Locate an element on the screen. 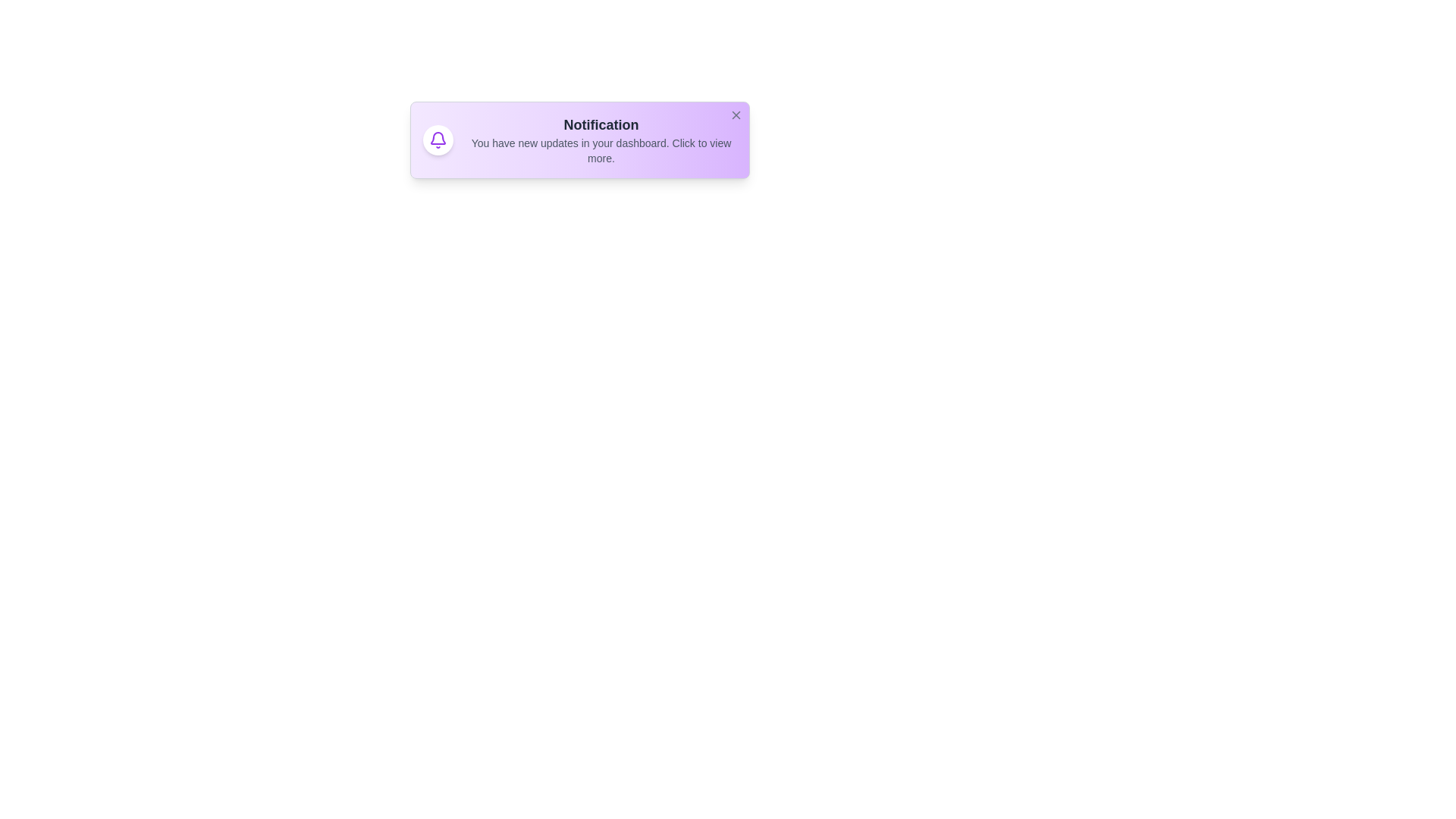 Image resolution: width=1456 pixels, height=819 pixels. the purple bell-shaped notification icon located at the top-left corner of the notification card is located at coordinates (437, 138).